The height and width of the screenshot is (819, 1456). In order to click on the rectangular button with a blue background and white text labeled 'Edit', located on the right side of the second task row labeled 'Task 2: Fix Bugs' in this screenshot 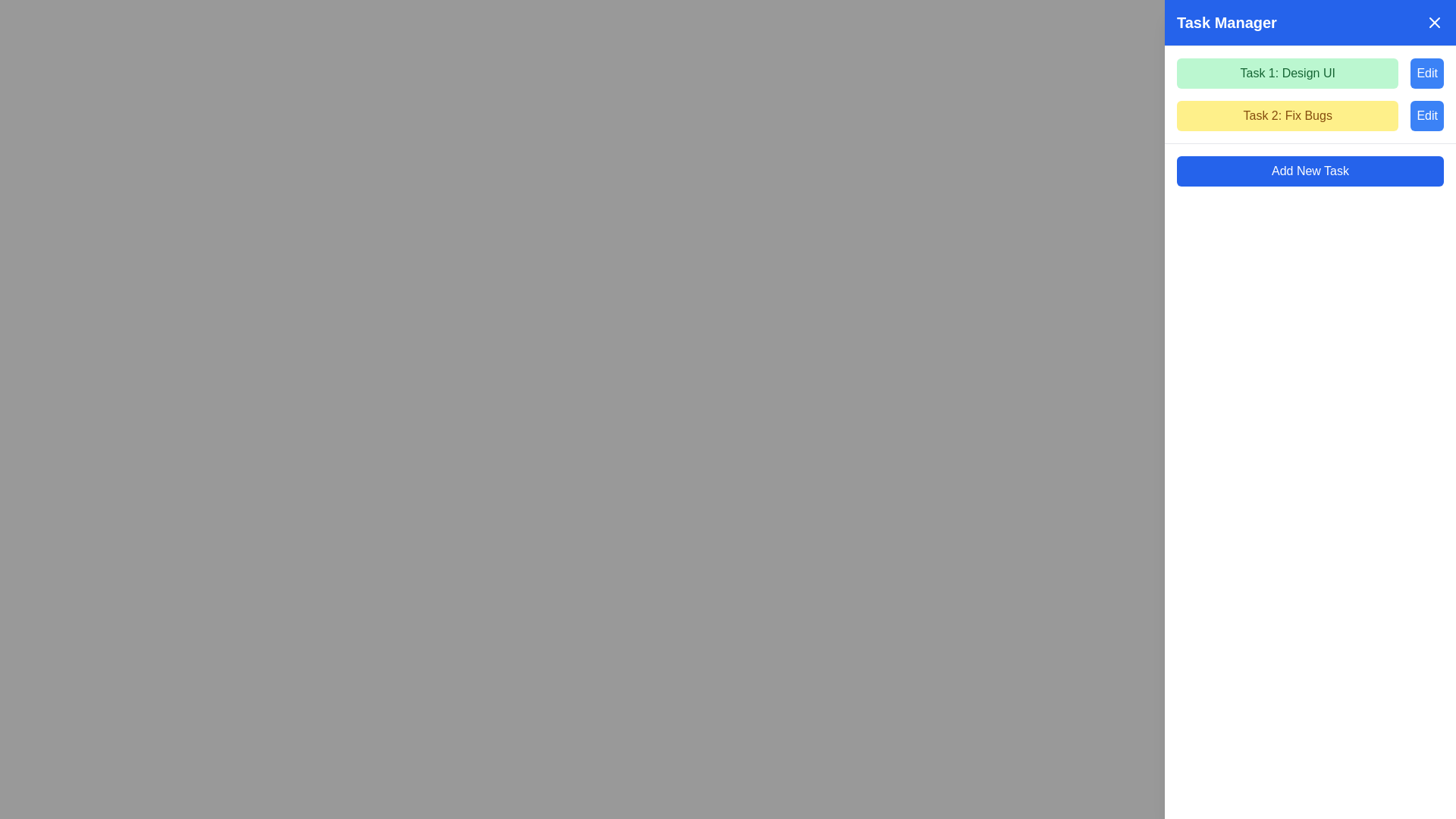, I will do `click(1426, 115)`.